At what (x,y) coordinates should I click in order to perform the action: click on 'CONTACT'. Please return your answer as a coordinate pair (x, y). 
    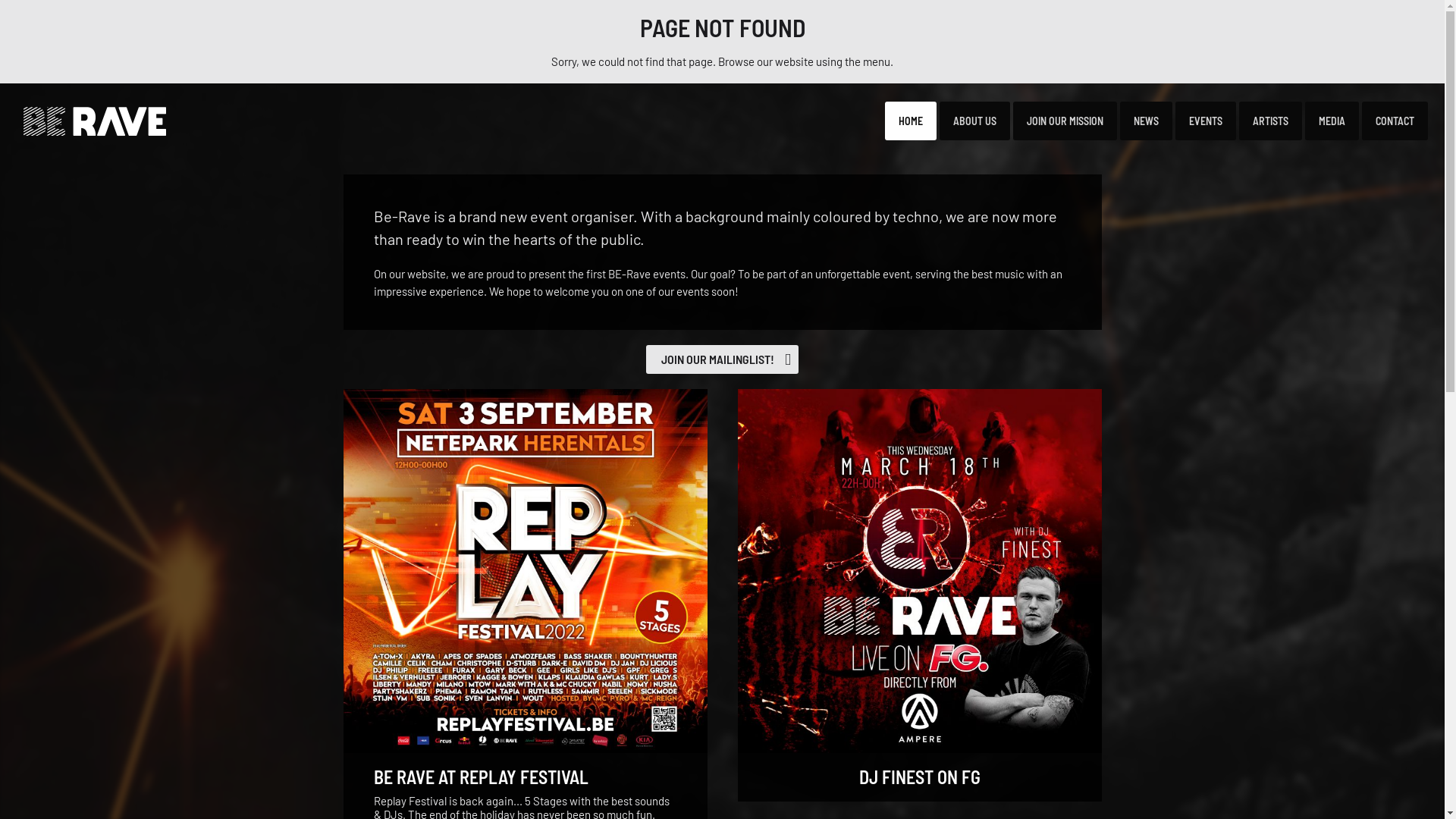
    Looking at the image, I should click on (1361, 120).